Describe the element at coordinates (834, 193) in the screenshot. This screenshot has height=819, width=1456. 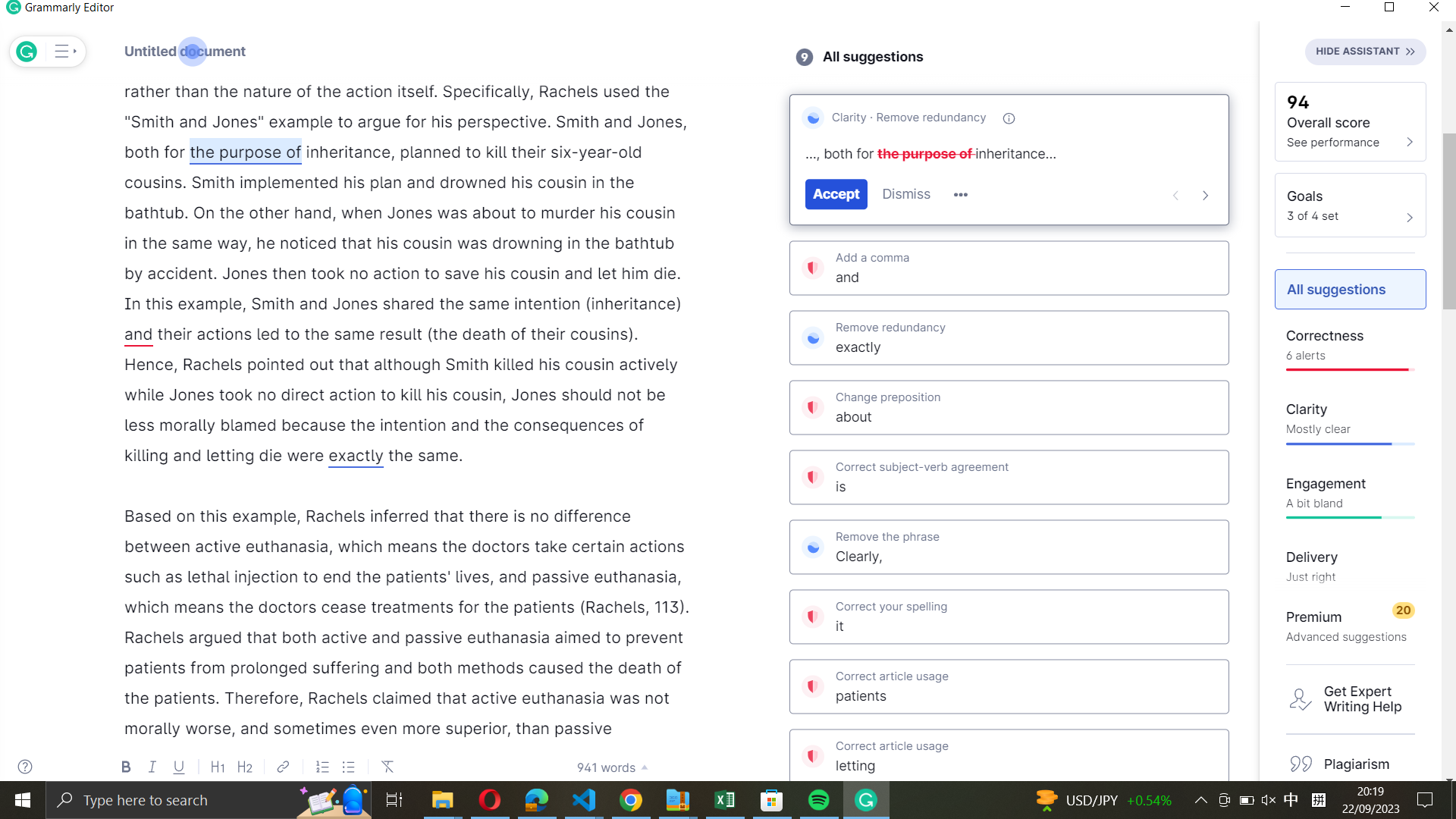
I see `Grammarly"s clarity suggestion for "the purpose of` at that location.